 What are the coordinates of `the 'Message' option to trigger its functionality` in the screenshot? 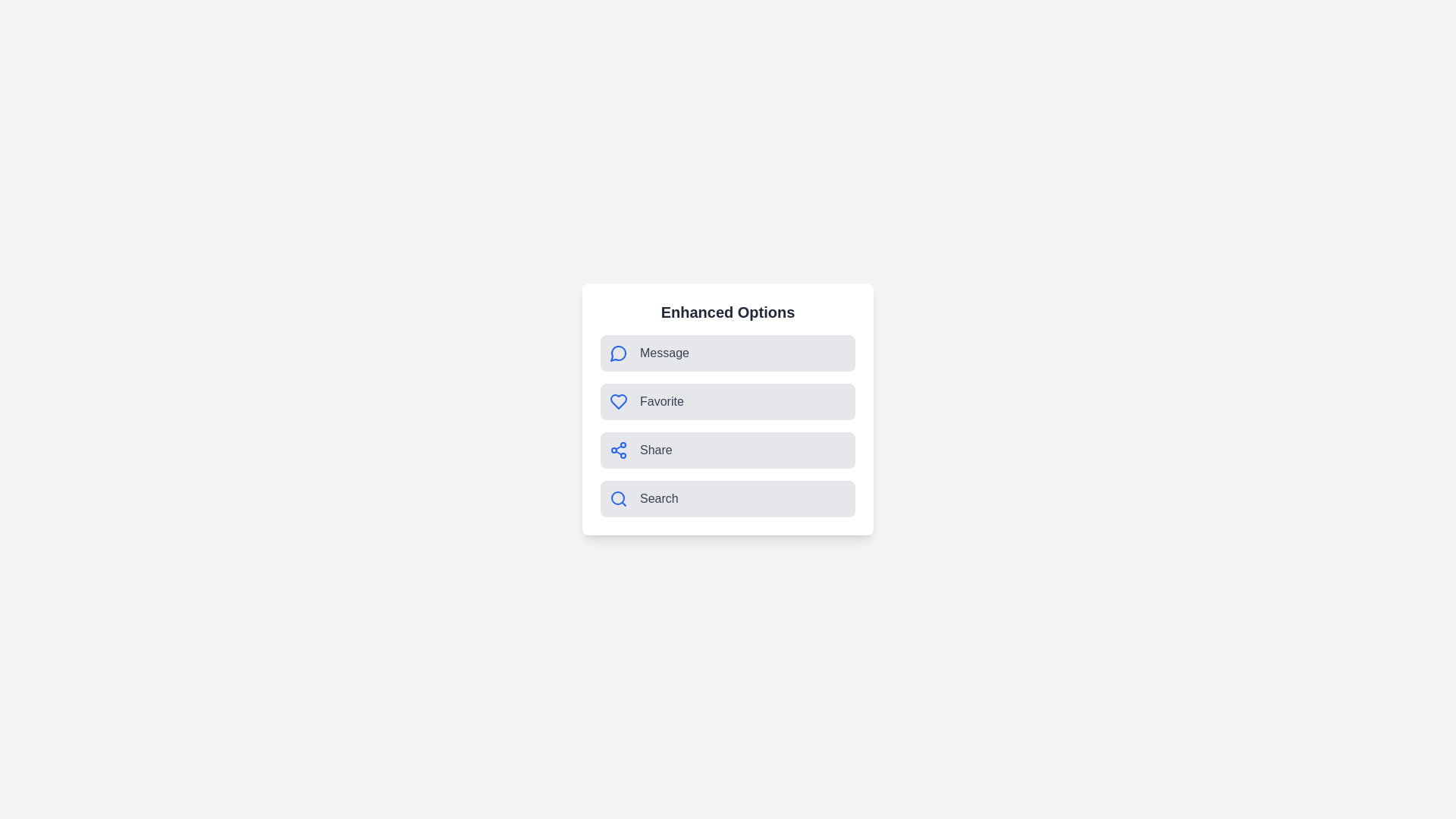 It's located at (728, 353).